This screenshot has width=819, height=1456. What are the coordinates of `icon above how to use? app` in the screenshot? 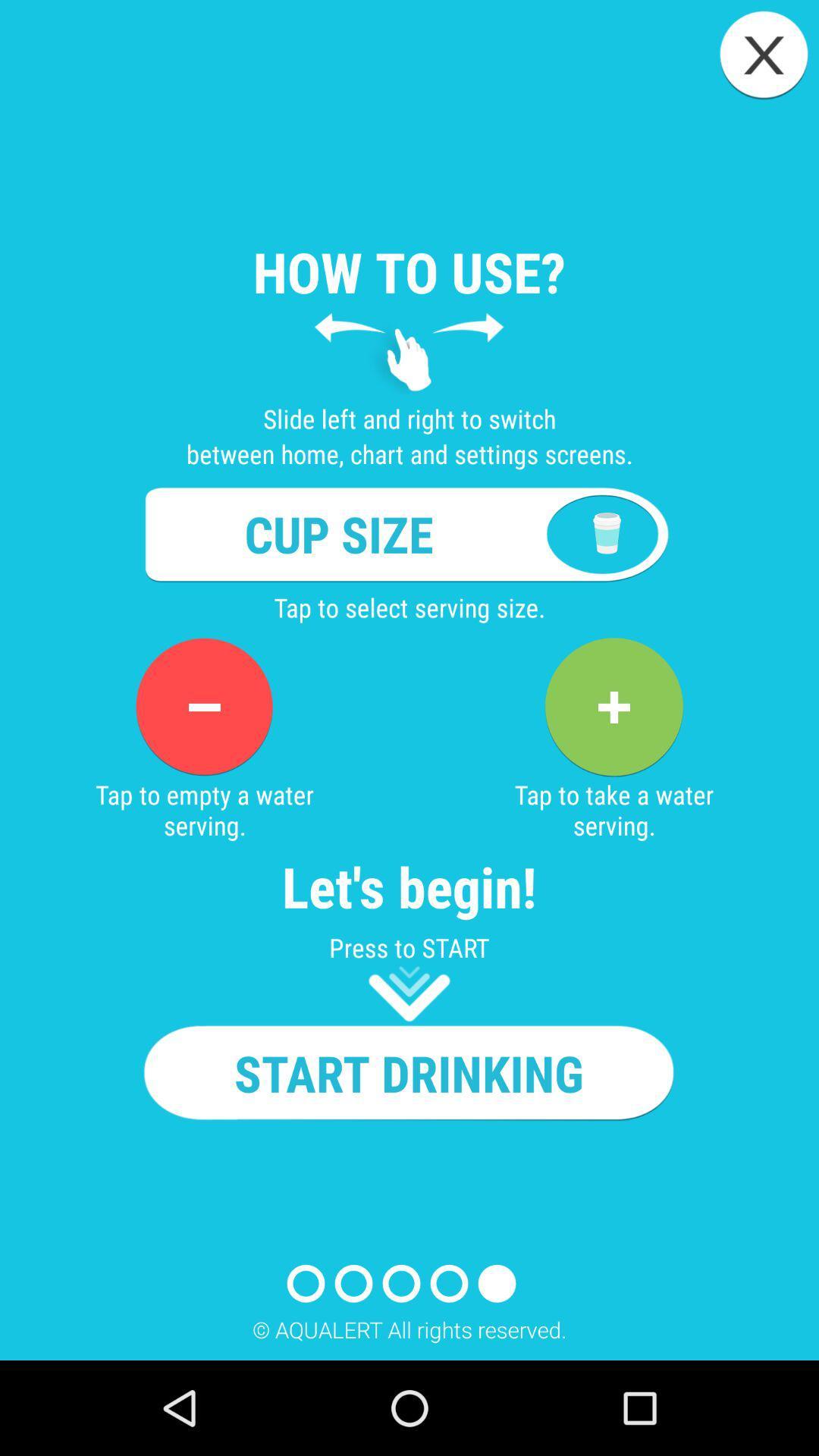 It's located at (764, 55).